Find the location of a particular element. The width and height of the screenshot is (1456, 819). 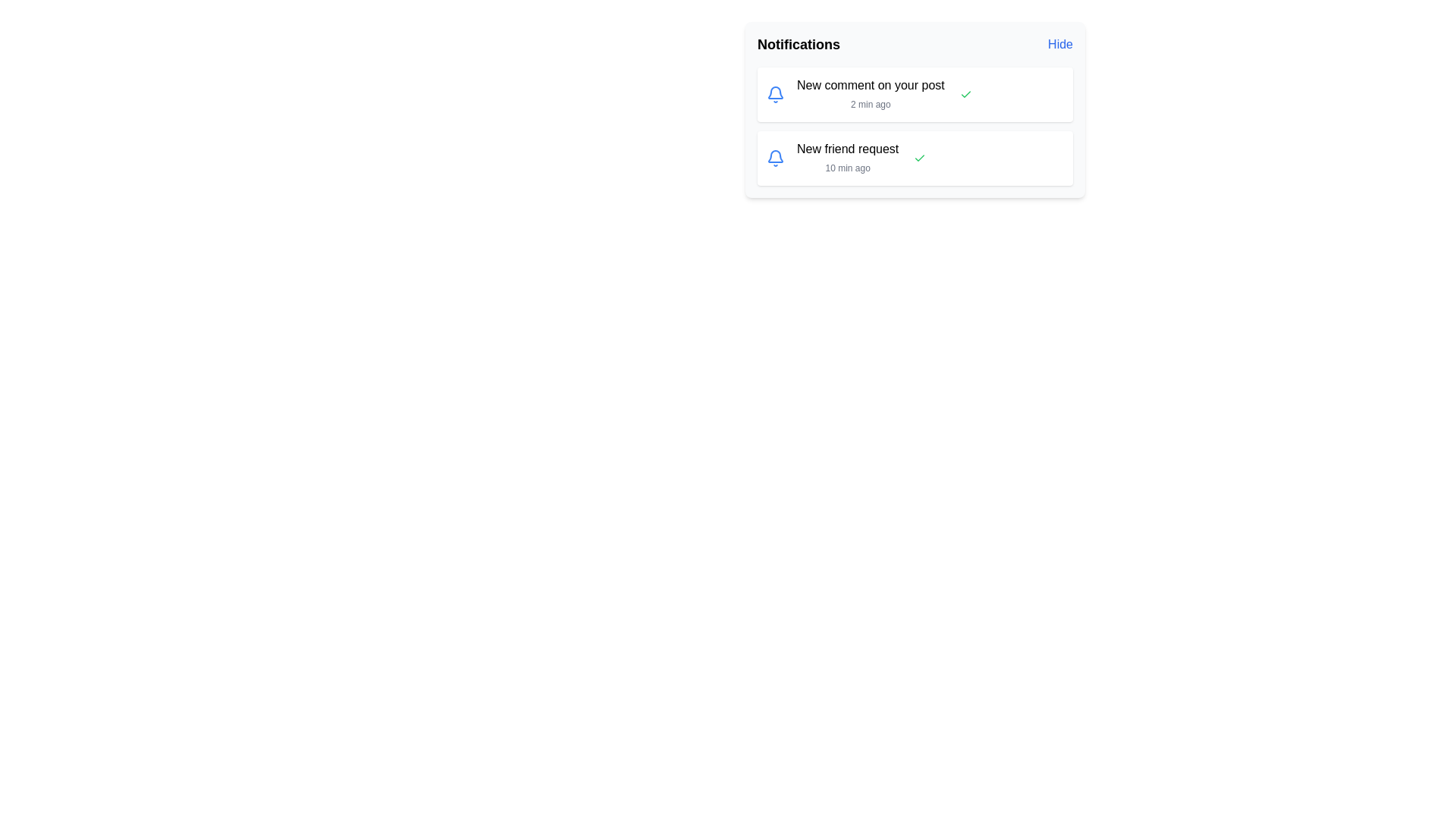

the timestamp text label that indicates the time elapsed since the 'New friend request' notification, positioned below and slightly to the right of it is located at coordinates (847, 168).